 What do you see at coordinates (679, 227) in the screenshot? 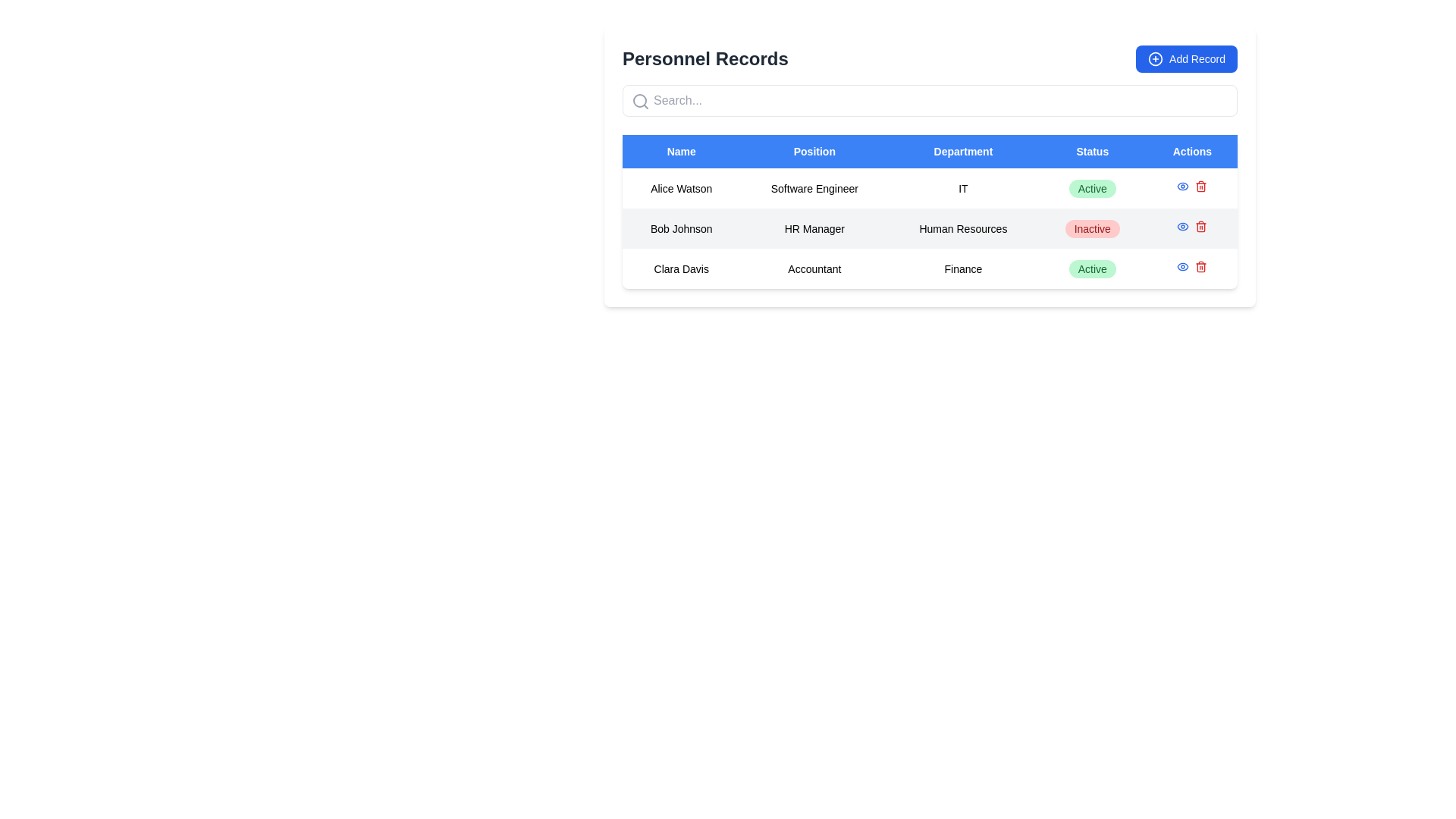
I see `the table cell containing the text 'Bob Johnson'` at bounding box center [679, 227].